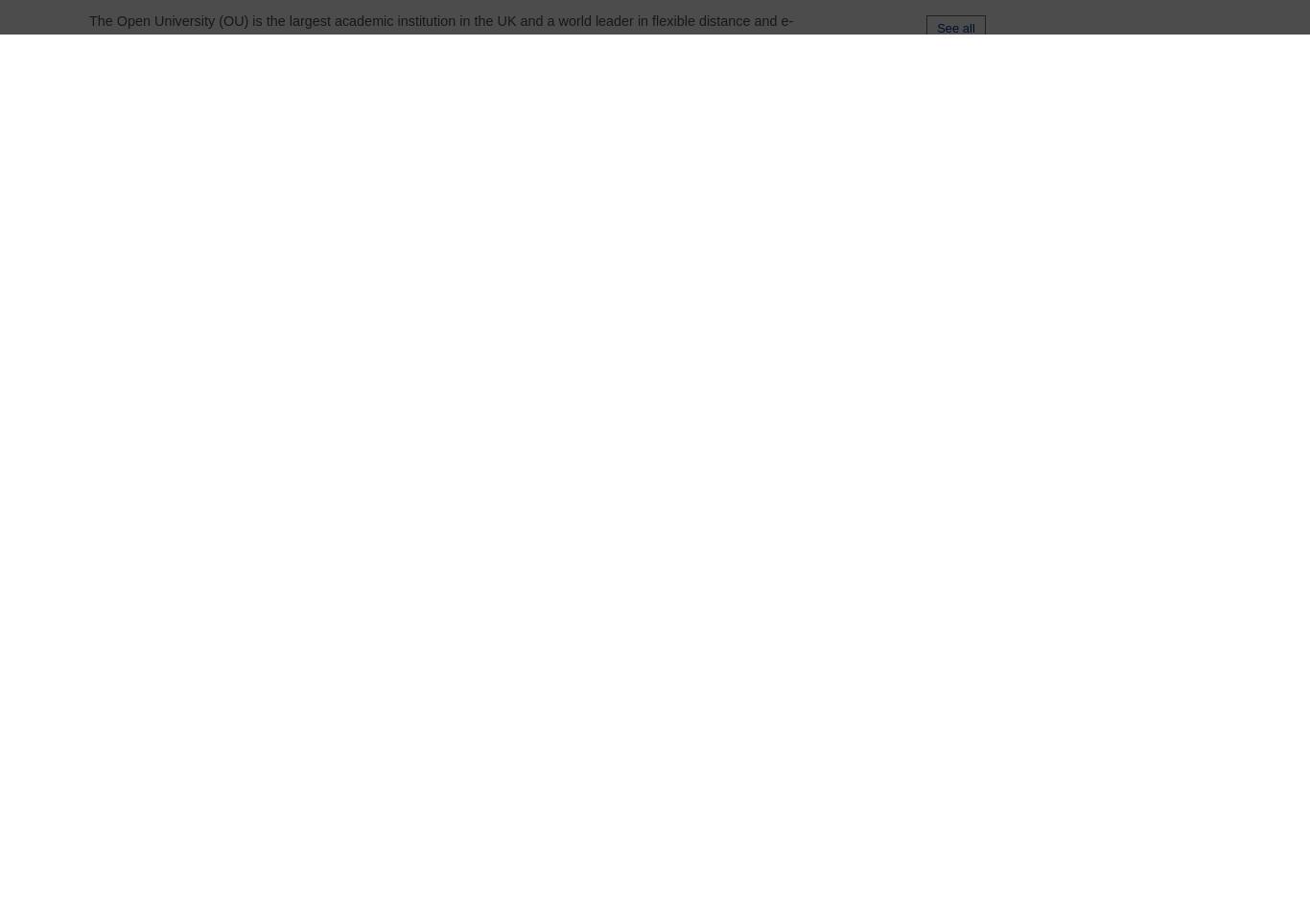  Describe the element at coordinates (1055, 489) in the screenshot. I see `'Privacy policy'` at that location.